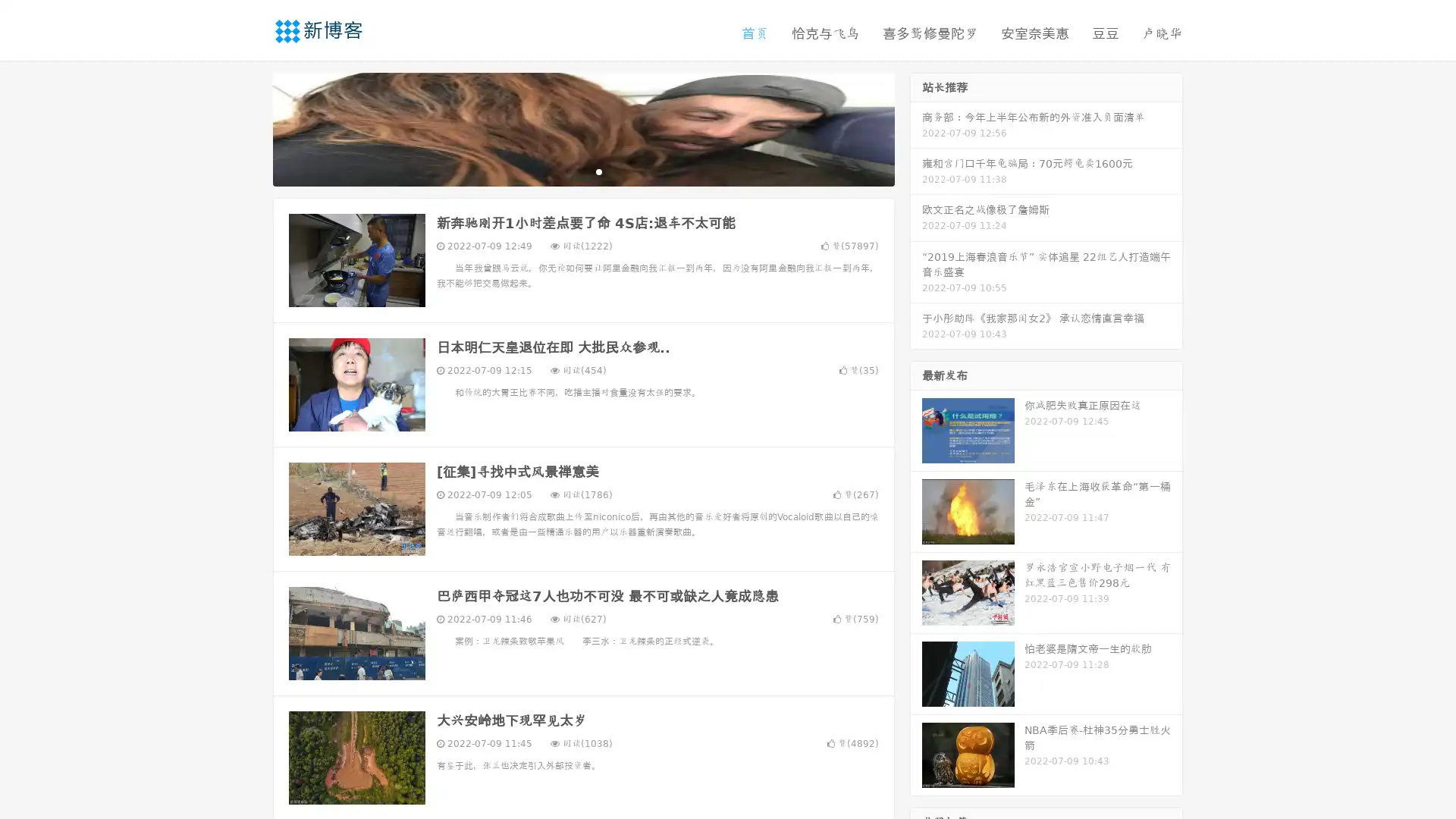 Image resolution: width=1456 pixels, height=819 pixels. What do you see at coordinates (582, 171) in the screenshot?
I see `Go to slide 2` at bounding box center [582, 171].